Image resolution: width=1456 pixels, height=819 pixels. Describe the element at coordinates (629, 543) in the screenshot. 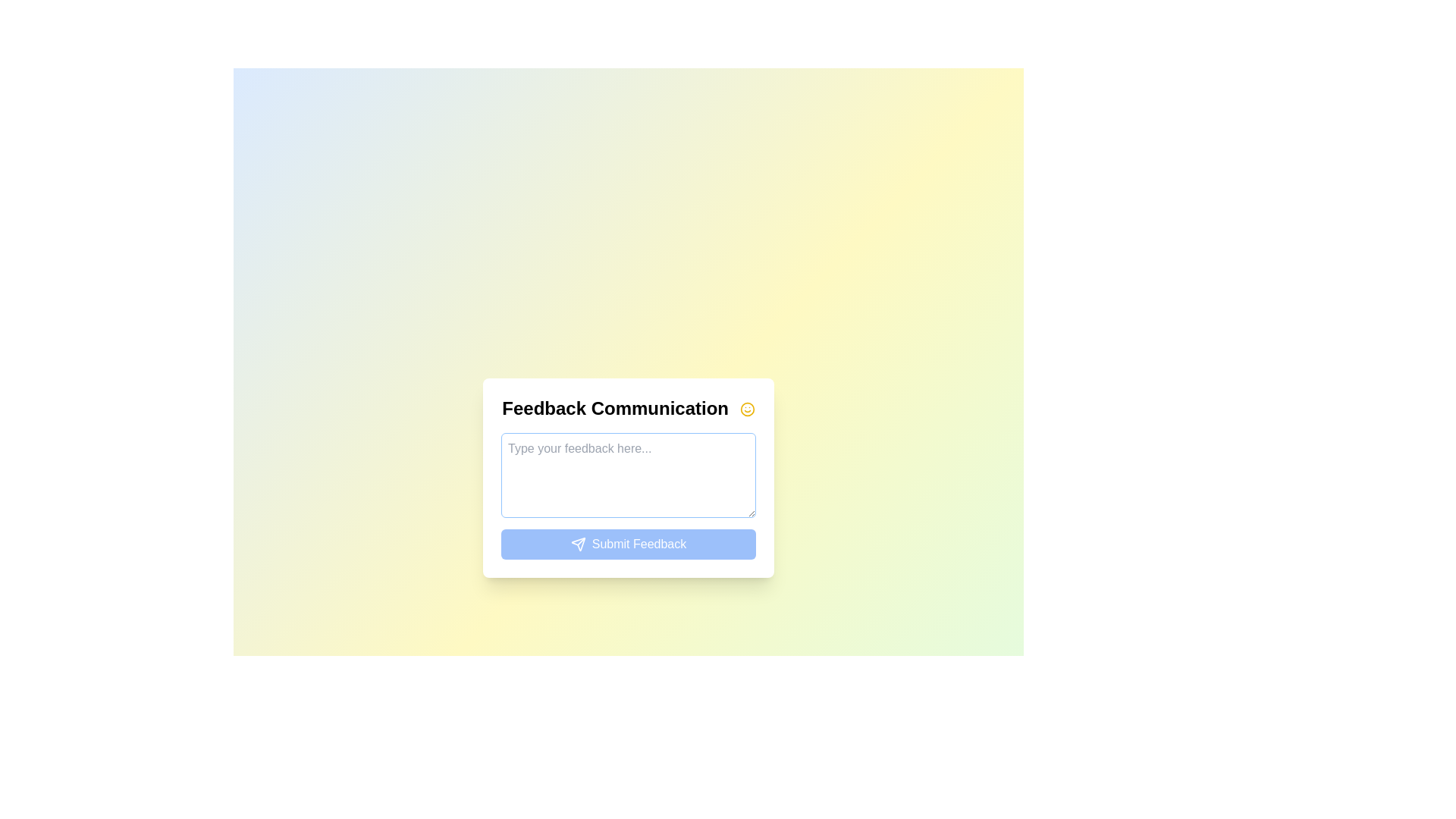

I see `the 'Submit Feedback' button, which is a horizontally wide rectangular button with a blue background and white text, to trigger the hover effect` at that location.